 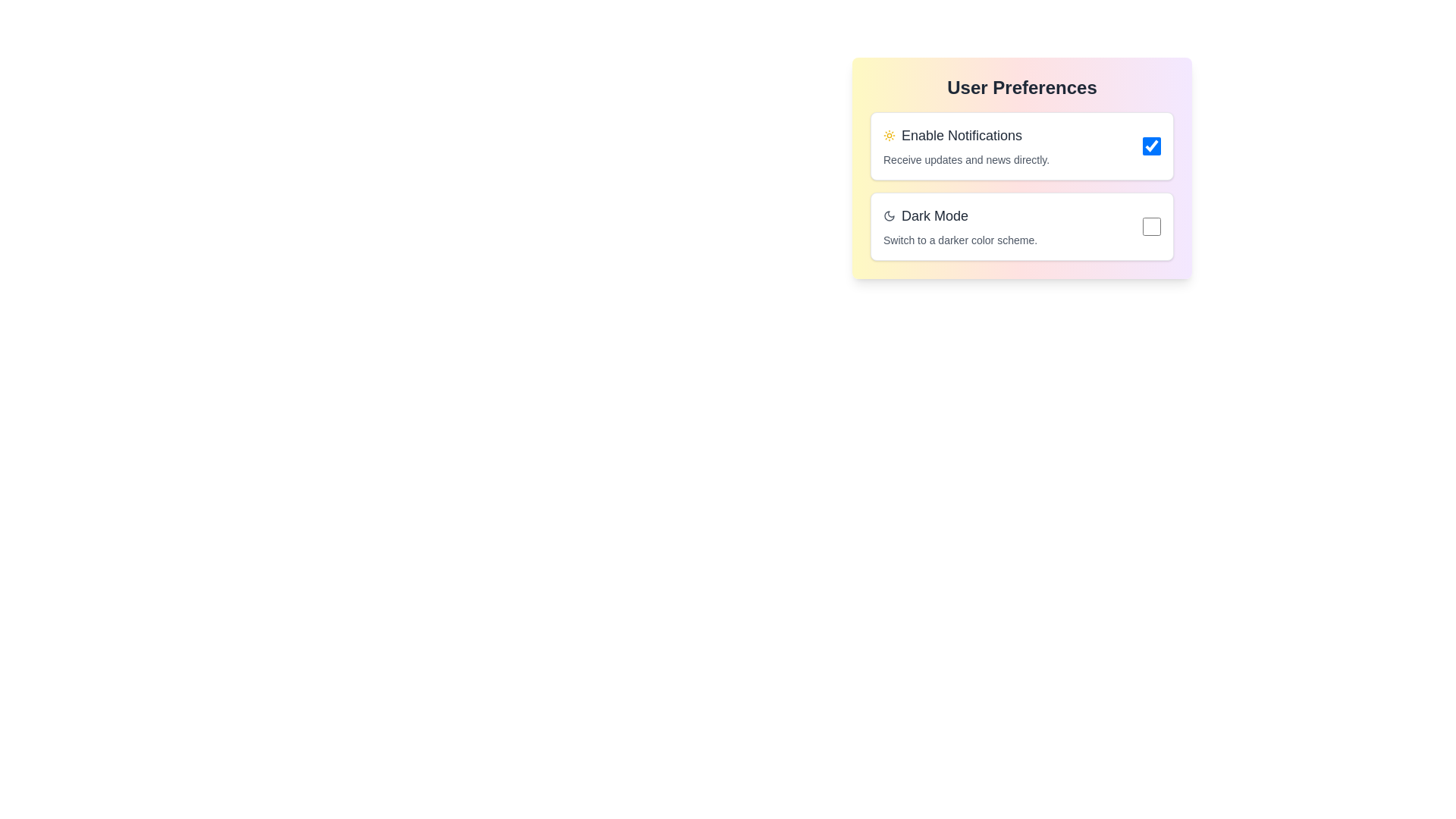 I want to click on the checkbox in the 'User Preferences' section, so click(x=1022, y=227).